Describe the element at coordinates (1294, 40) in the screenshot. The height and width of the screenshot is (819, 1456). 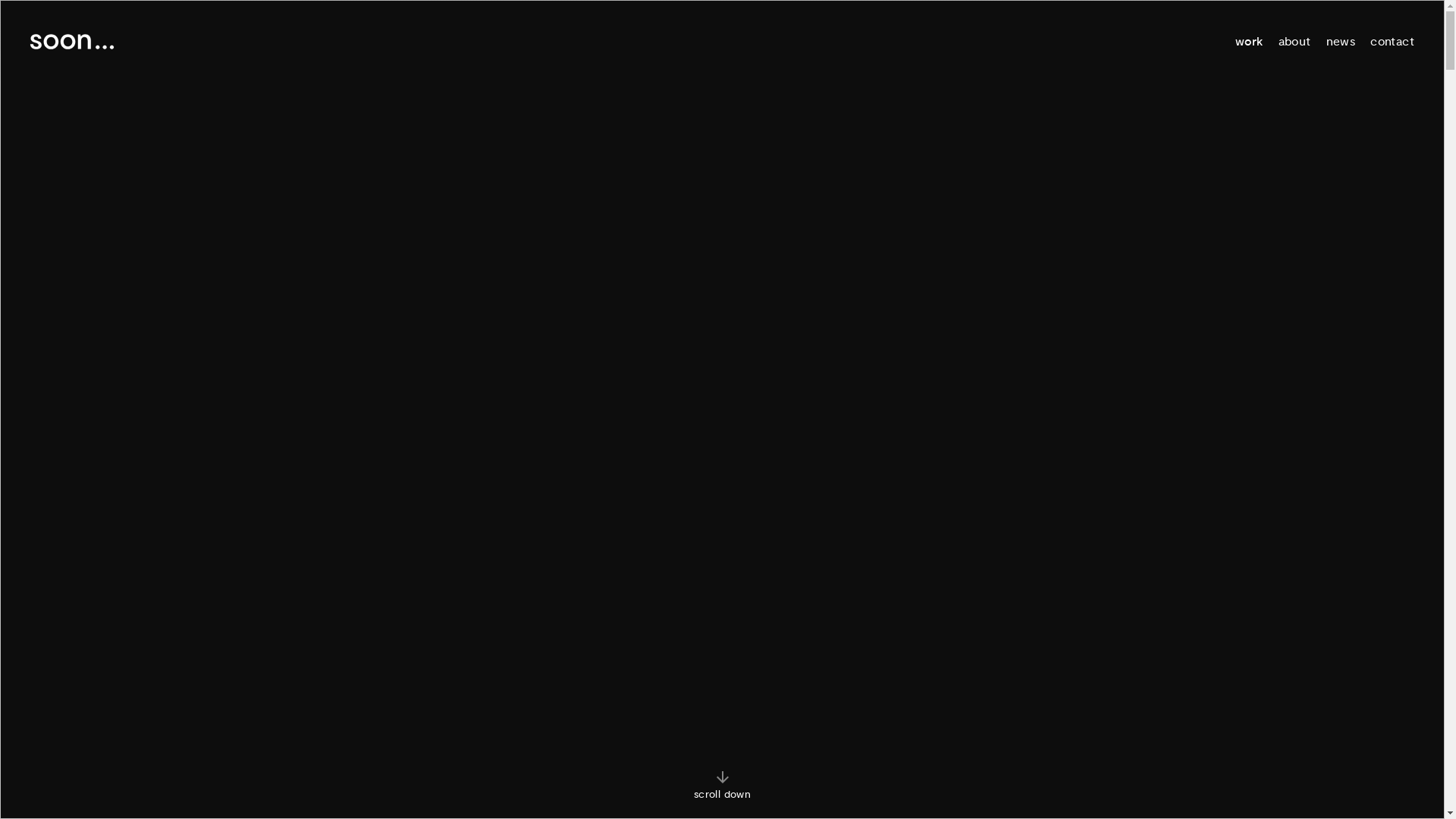
I see `'about'` at that location.